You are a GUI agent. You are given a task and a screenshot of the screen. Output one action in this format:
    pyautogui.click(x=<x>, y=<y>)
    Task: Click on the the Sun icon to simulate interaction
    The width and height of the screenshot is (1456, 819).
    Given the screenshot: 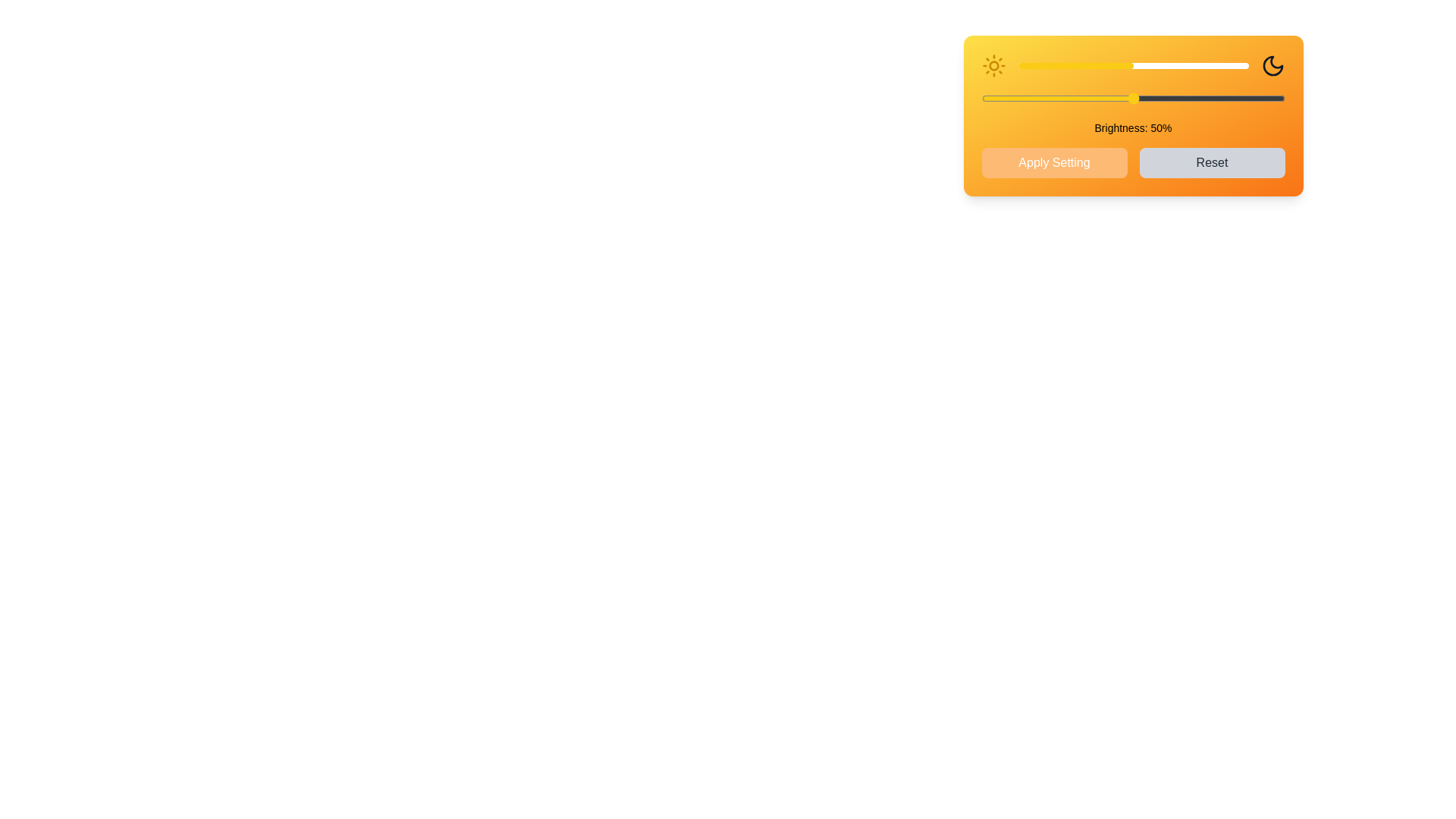 What is the action you would take?
    pyautogui.click(x=993, y=65)
    